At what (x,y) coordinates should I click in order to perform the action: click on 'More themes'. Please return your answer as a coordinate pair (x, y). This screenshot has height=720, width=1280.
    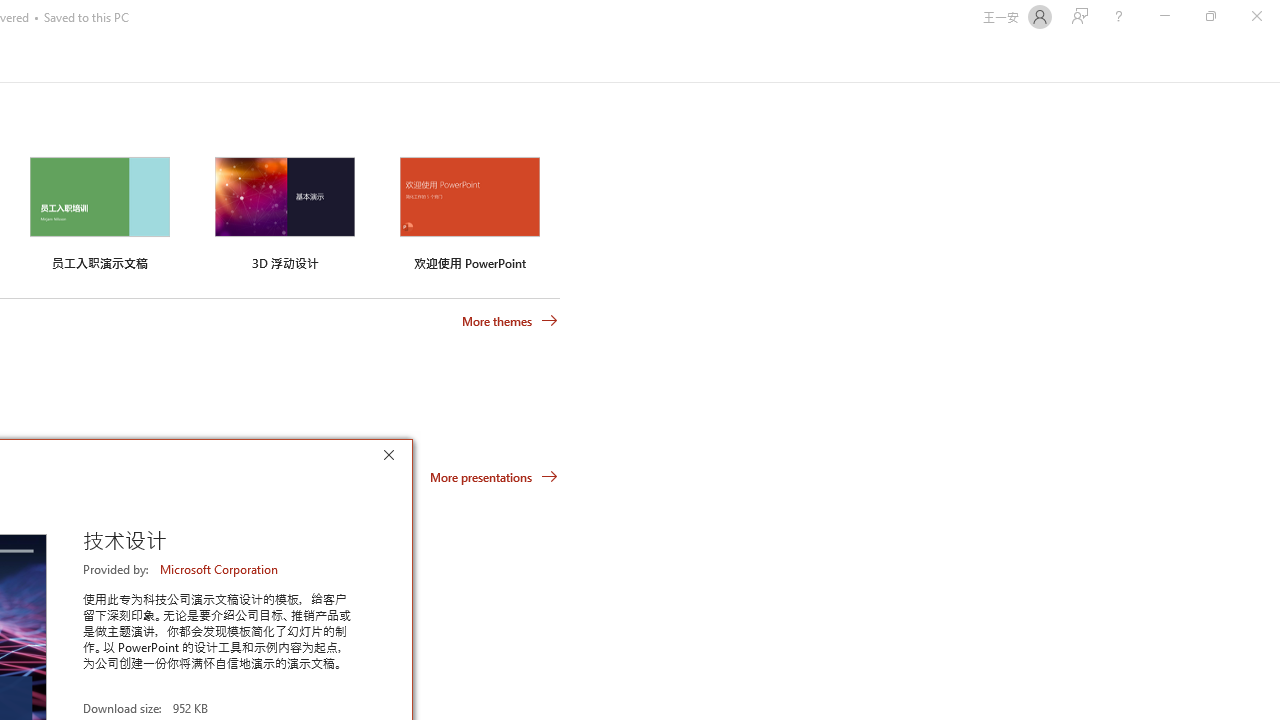
    Looking at the image, I should click on (510, 320).